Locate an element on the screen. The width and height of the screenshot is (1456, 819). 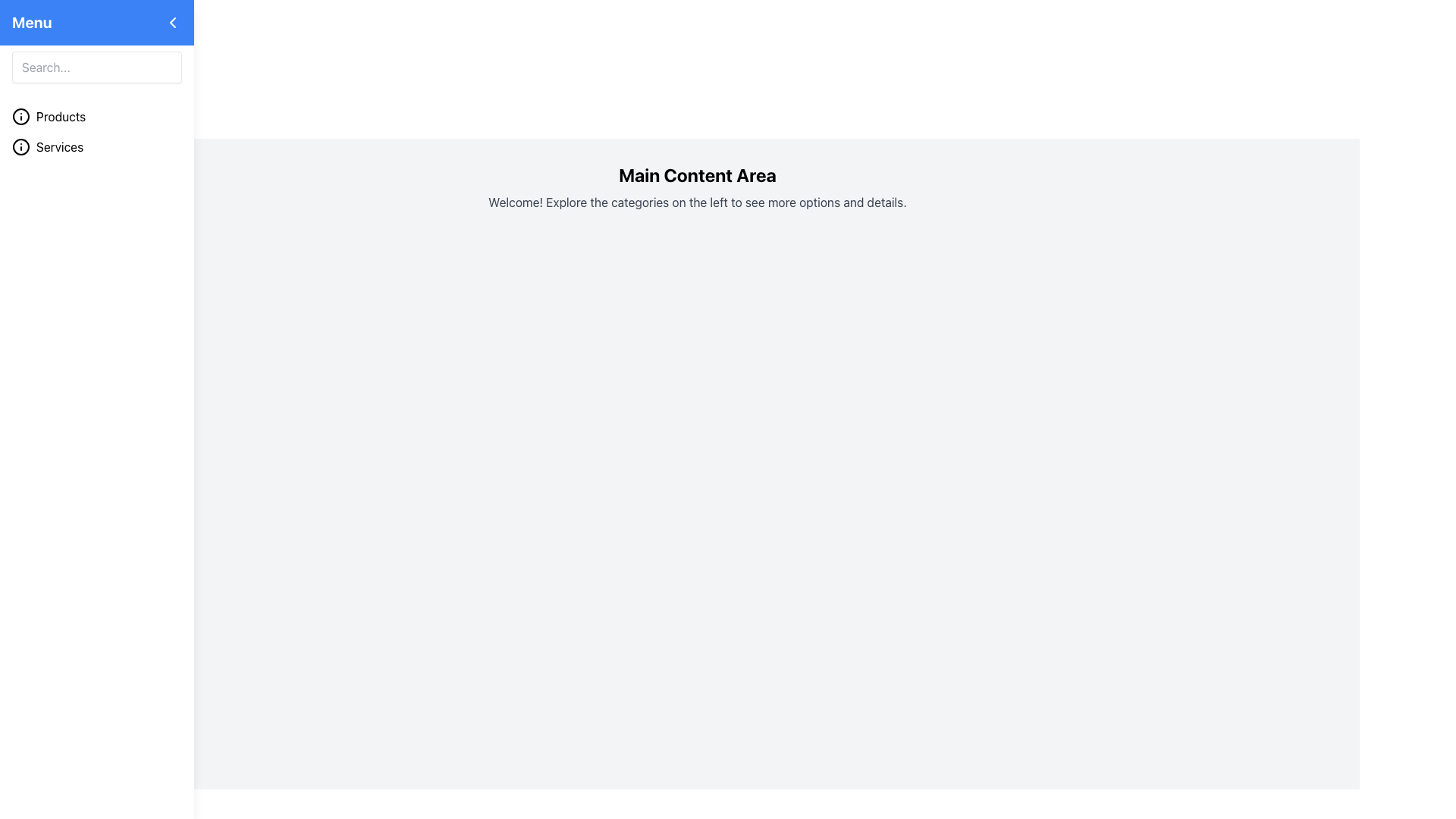
the navigational button located in the top-left section of the main content area is located at coordinates (44, 148).